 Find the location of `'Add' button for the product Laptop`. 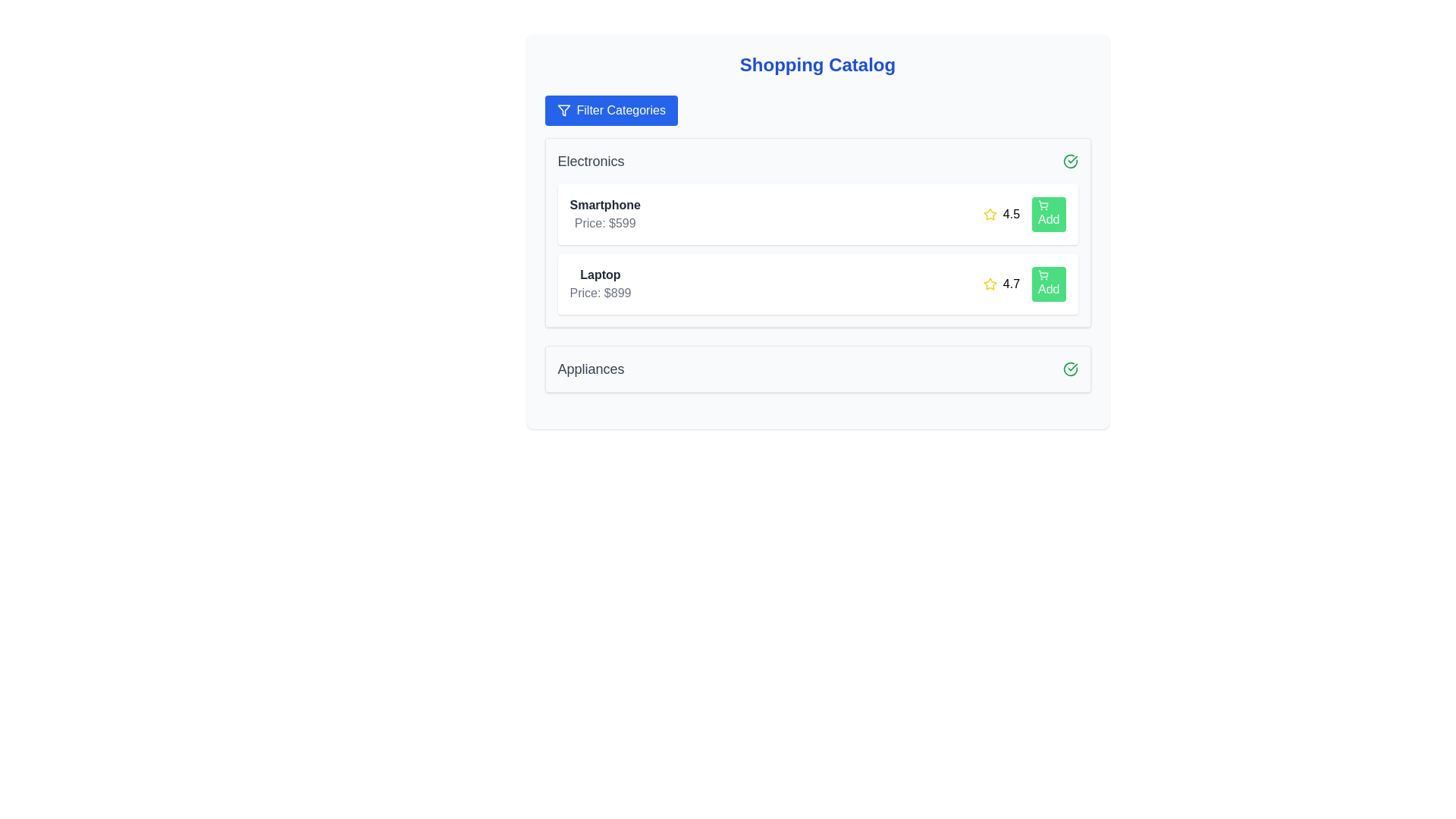

'Add' button for the product Laptop is located at coordinates (1048, 284).